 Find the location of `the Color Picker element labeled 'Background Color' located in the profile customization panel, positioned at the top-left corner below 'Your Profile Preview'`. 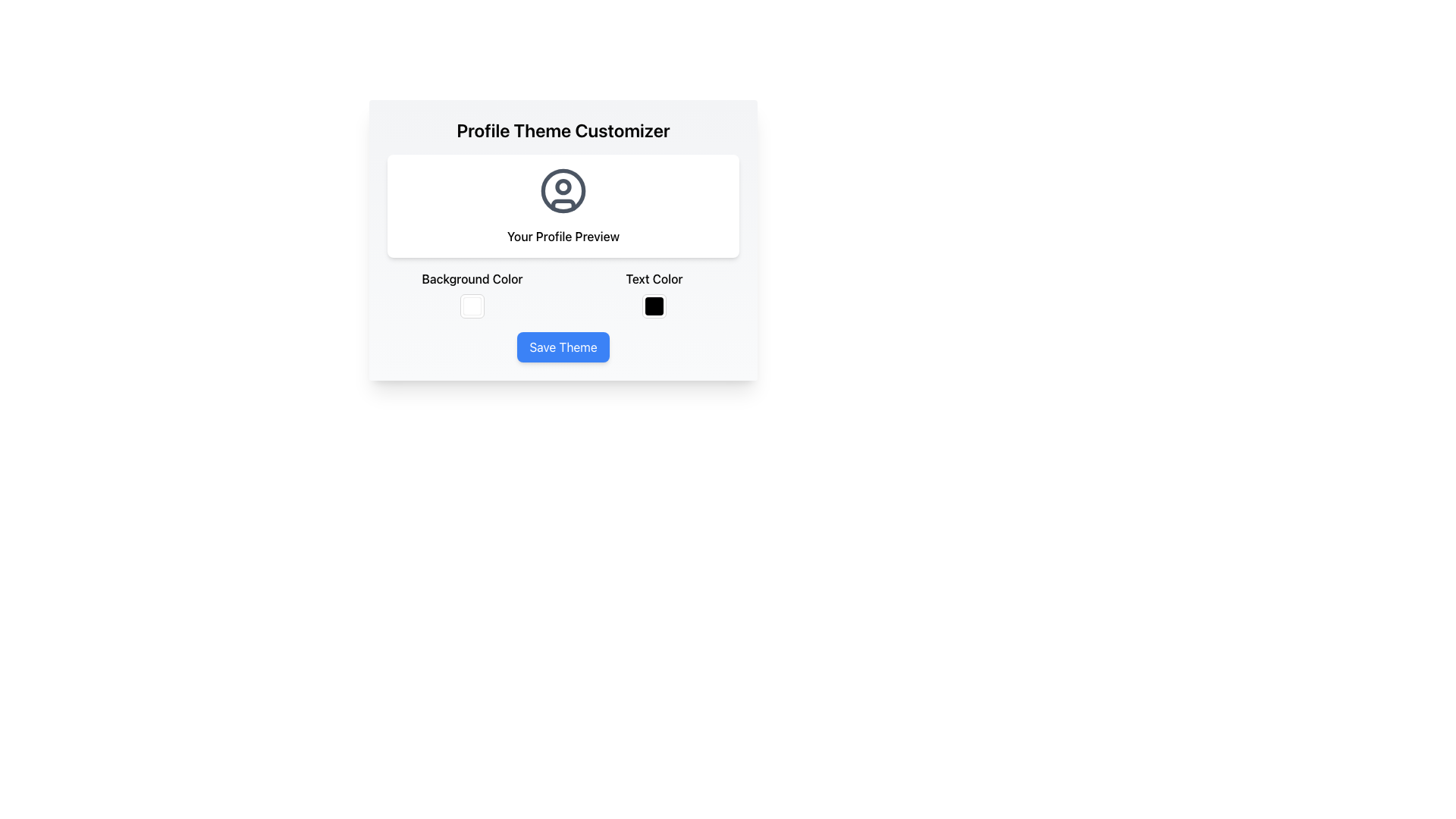

the Color Picker element labeled 'Background Color' located in the profile customization panel, positioned at the top-left corner below 'Your Profile Preview' is located at coordinates (472, 295).